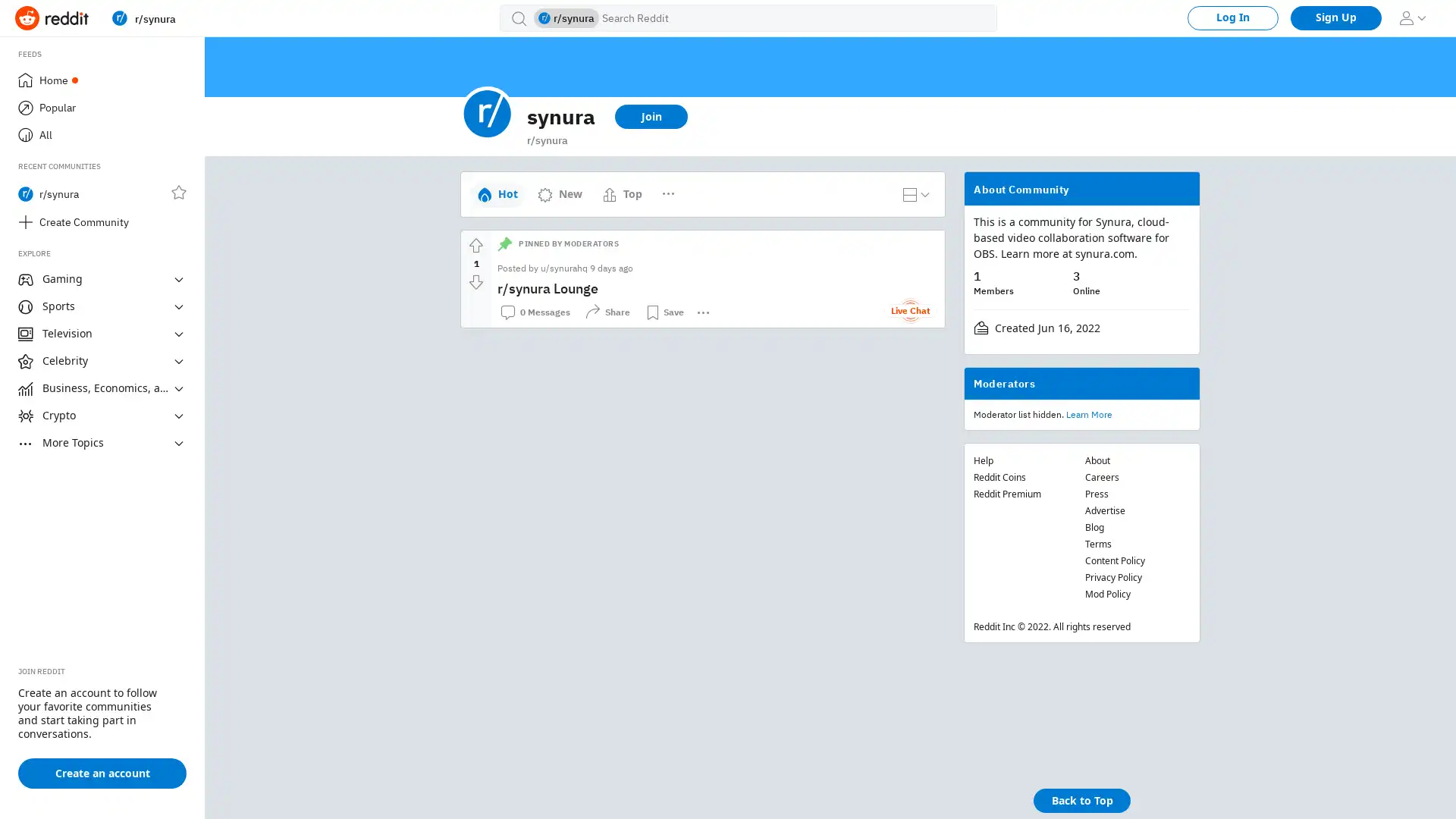 Image resolution: width=1456 pixels, height=819 pixels. What do you see at coordinates (1233, 17) in the screenshot?
I see `Log In` at bounding box center [1233, 17].